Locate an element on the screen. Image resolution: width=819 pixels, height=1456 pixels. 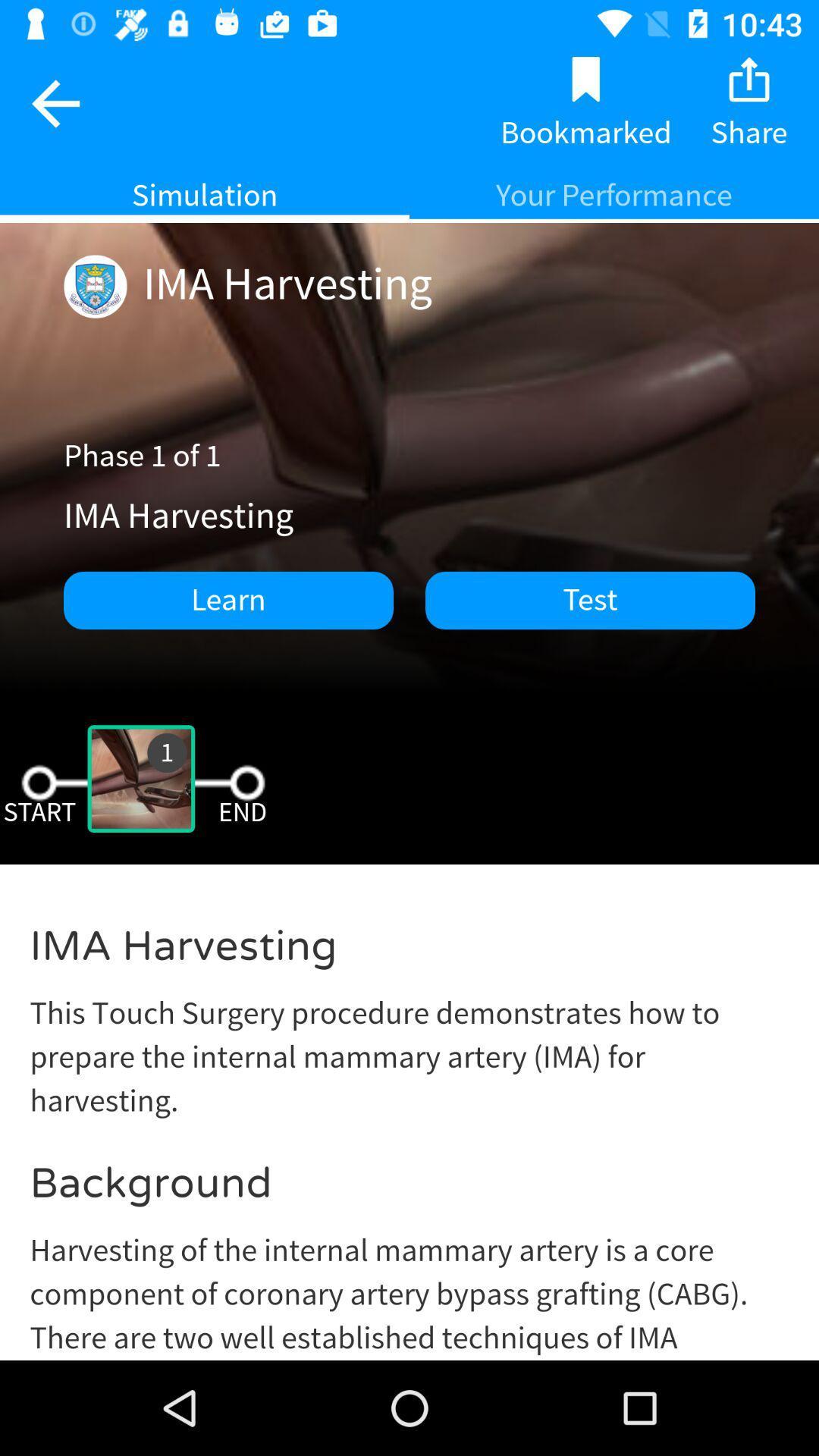
advertisement is located at coordinates (409, 1124).